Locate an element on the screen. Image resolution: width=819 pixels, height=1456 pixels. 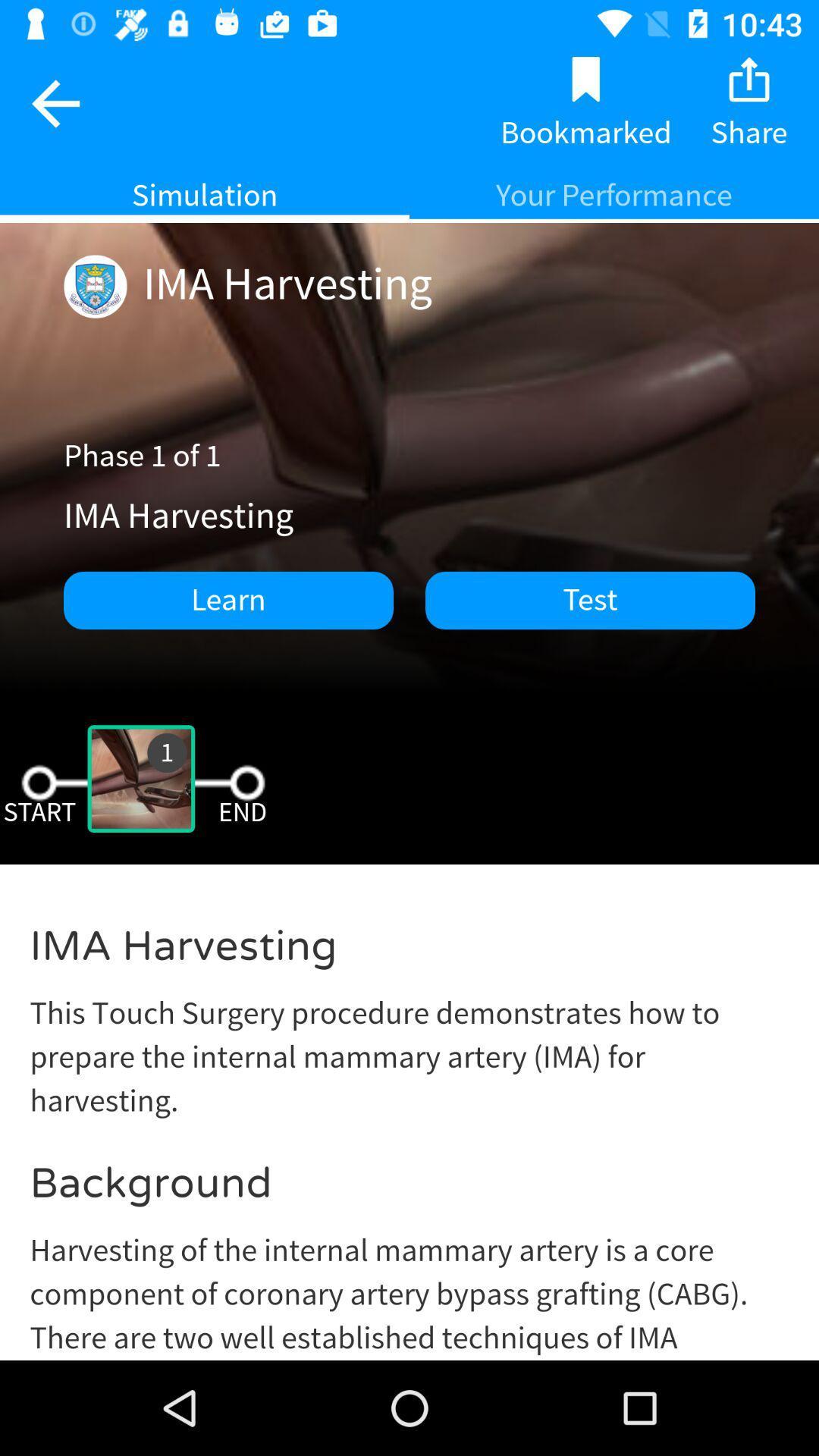
advertisement is located at coordinates (409, 1124).